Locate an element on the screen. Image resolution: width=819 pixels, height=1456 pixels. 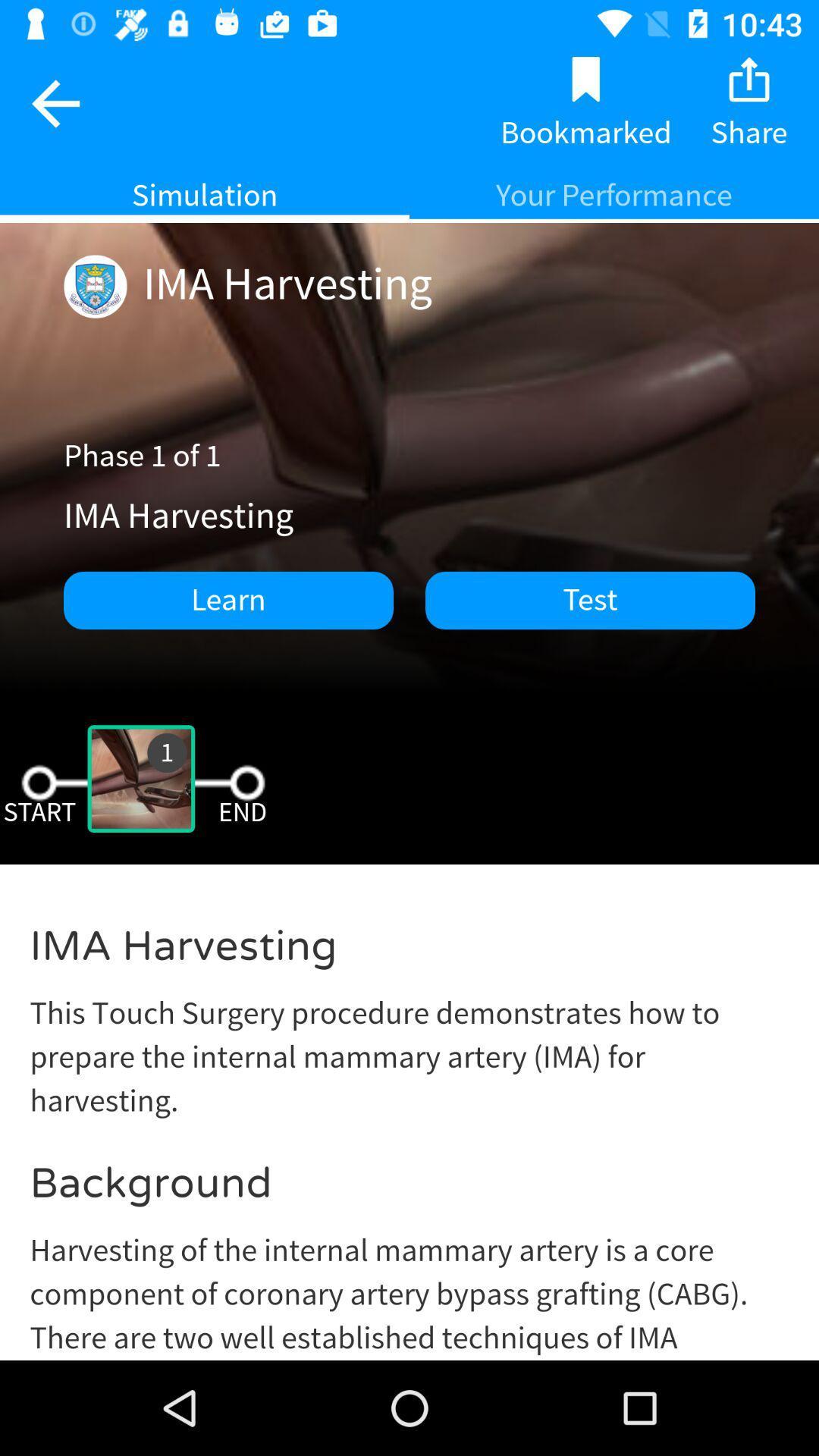
advertisement is located at coordinates (409, 1124).